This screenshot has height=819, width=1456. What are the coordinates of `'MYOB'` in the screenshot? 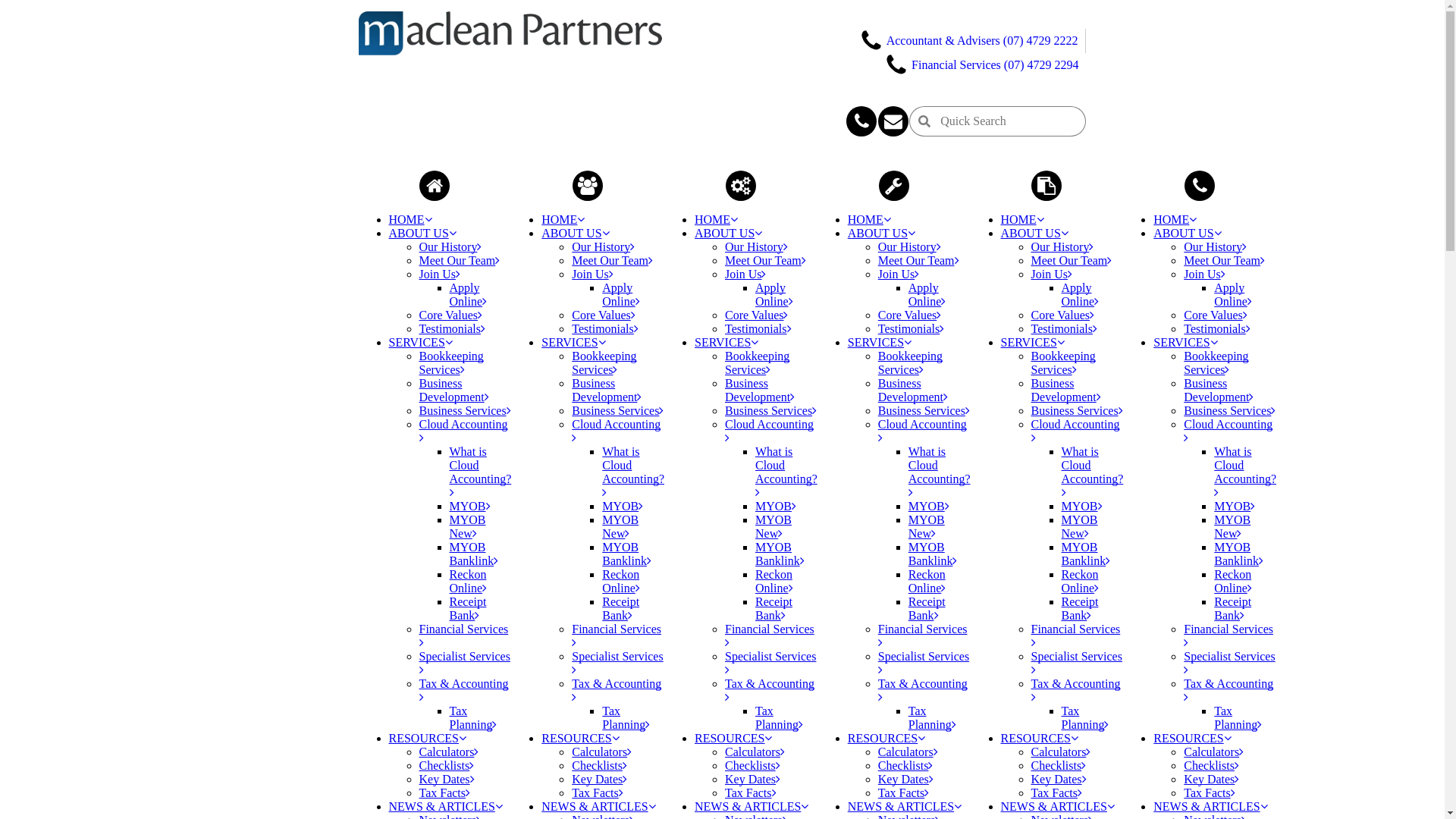 It's located at (1214, 506).